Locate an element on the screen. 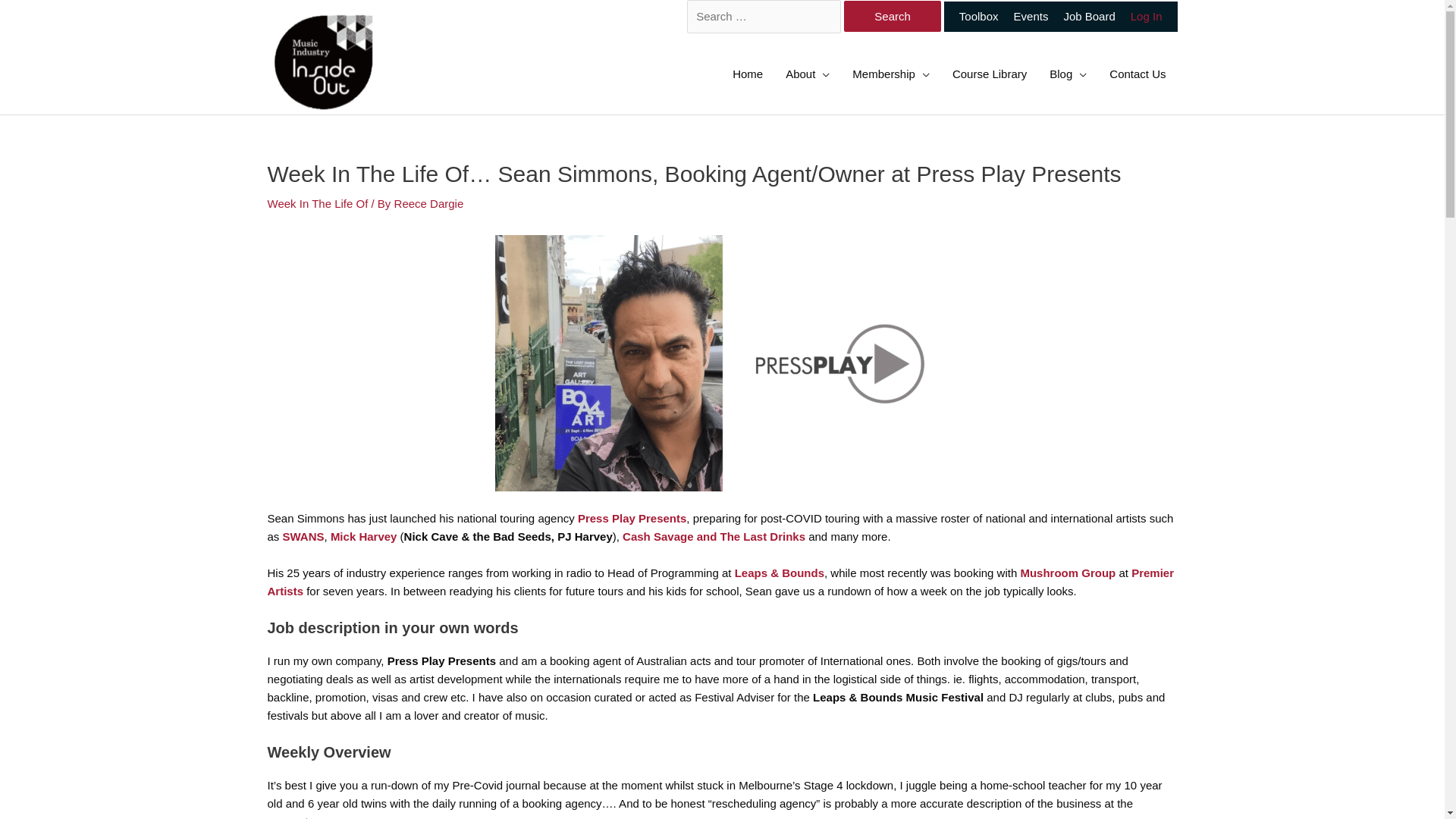 Image resolution: width=1456 pixels, height=819 pixels. 'Log In' is located at coordinates (1131, 16).